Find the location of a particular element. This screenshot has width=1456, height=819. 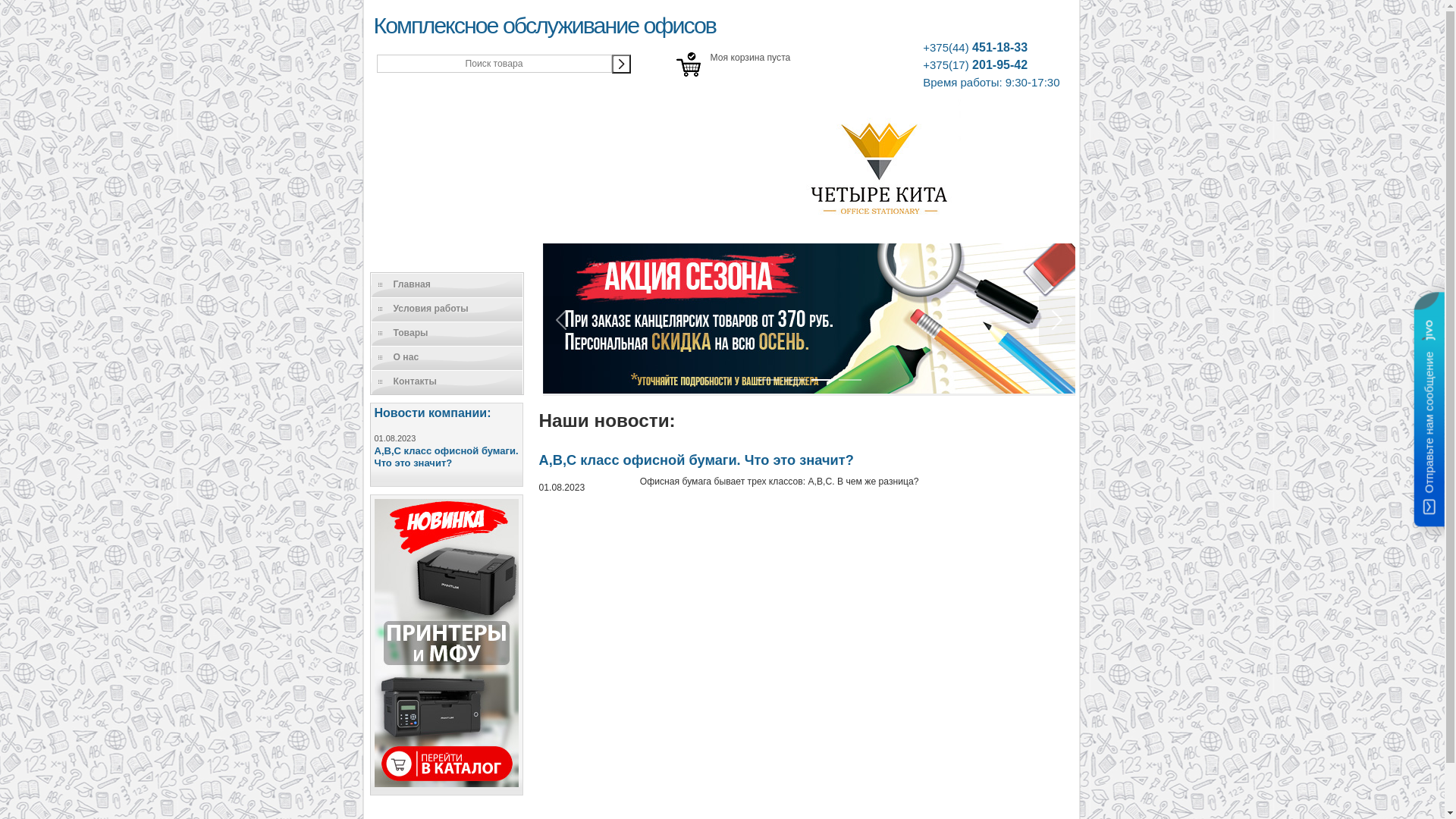

'+375(44) 451-18-33' is located at coordinates (990, 46).